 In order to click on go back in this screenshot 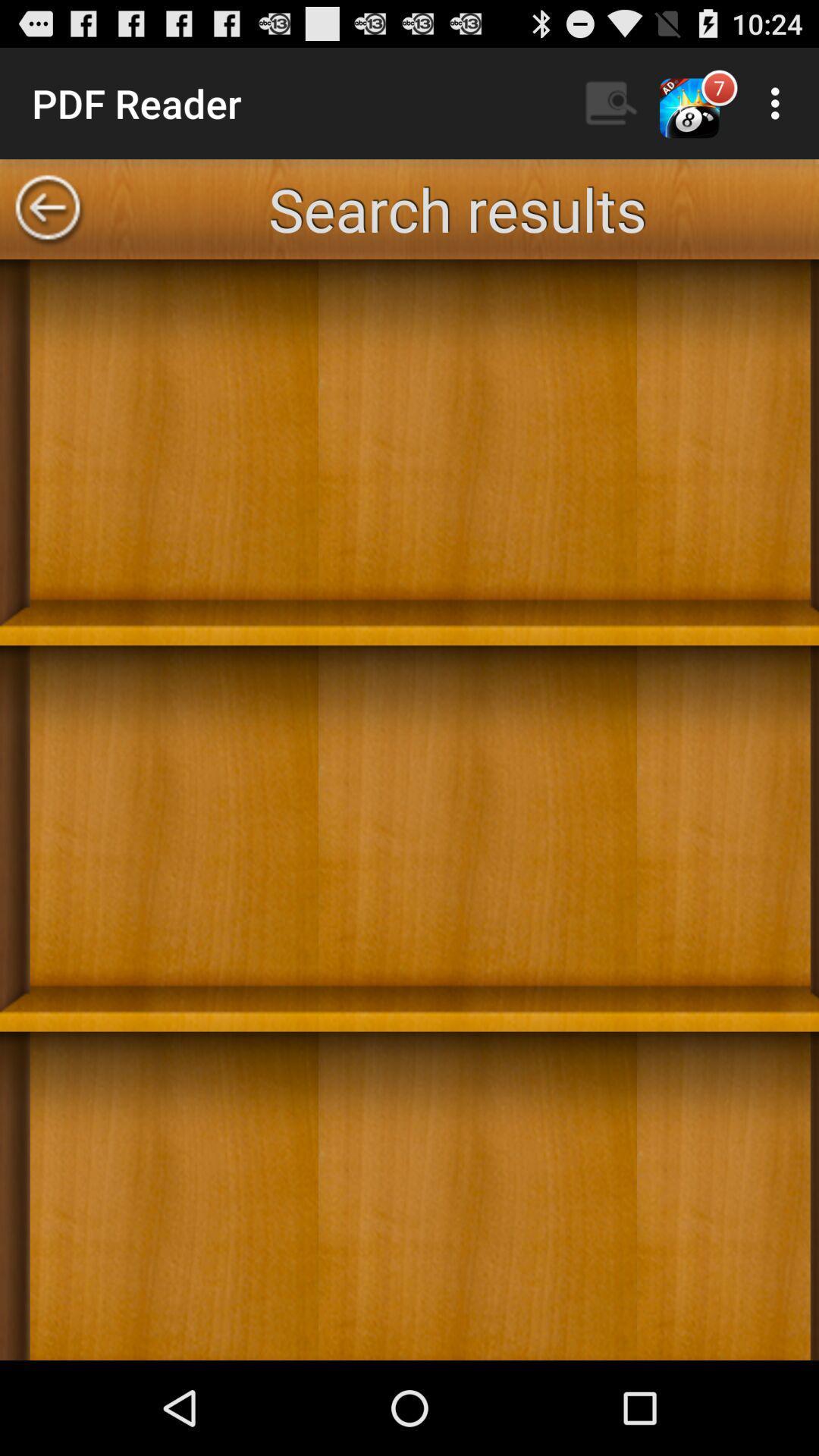, I will do `click(46, 208)`.